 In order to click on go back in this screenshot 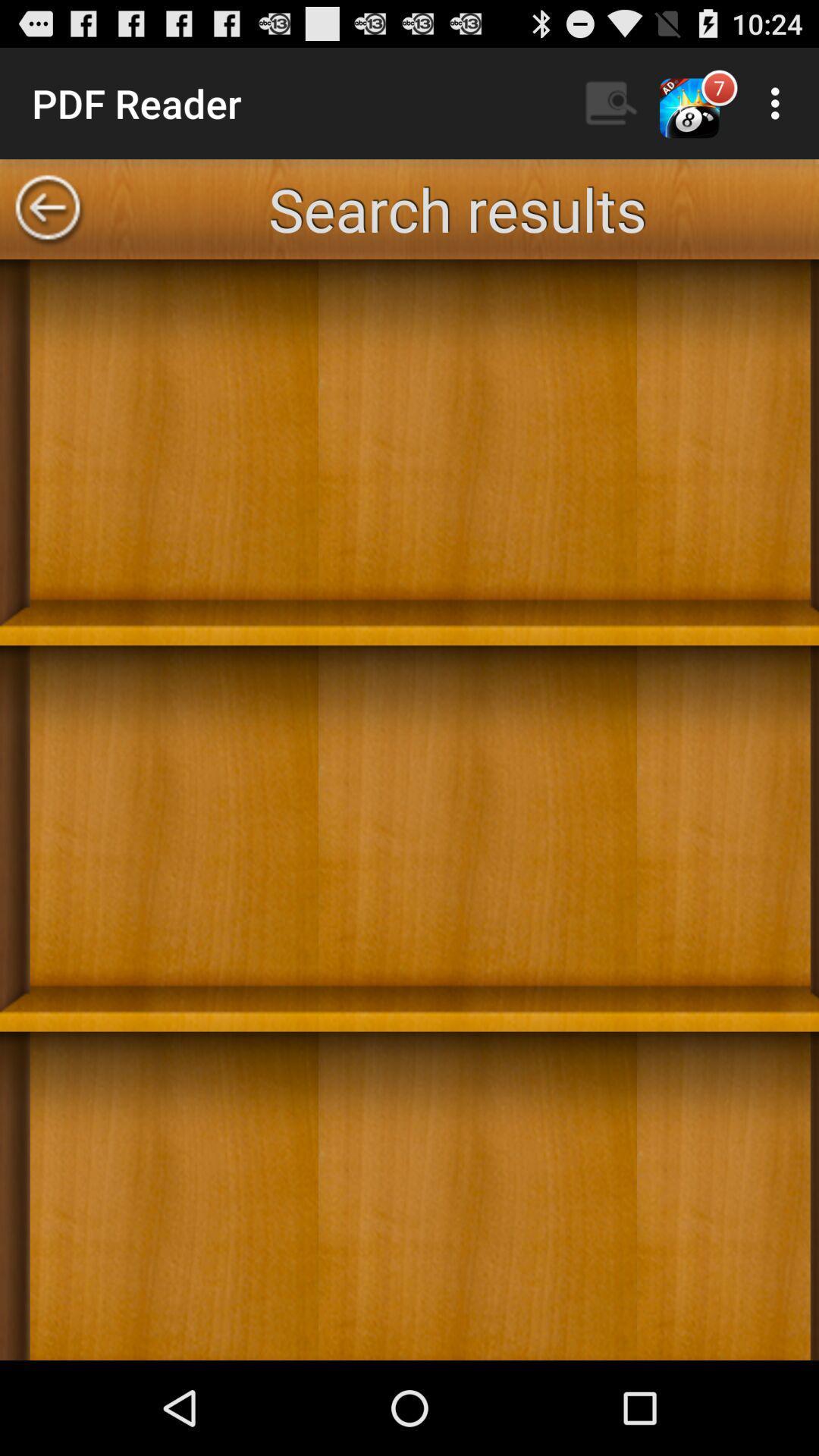, I will do `click(46, 208)`.